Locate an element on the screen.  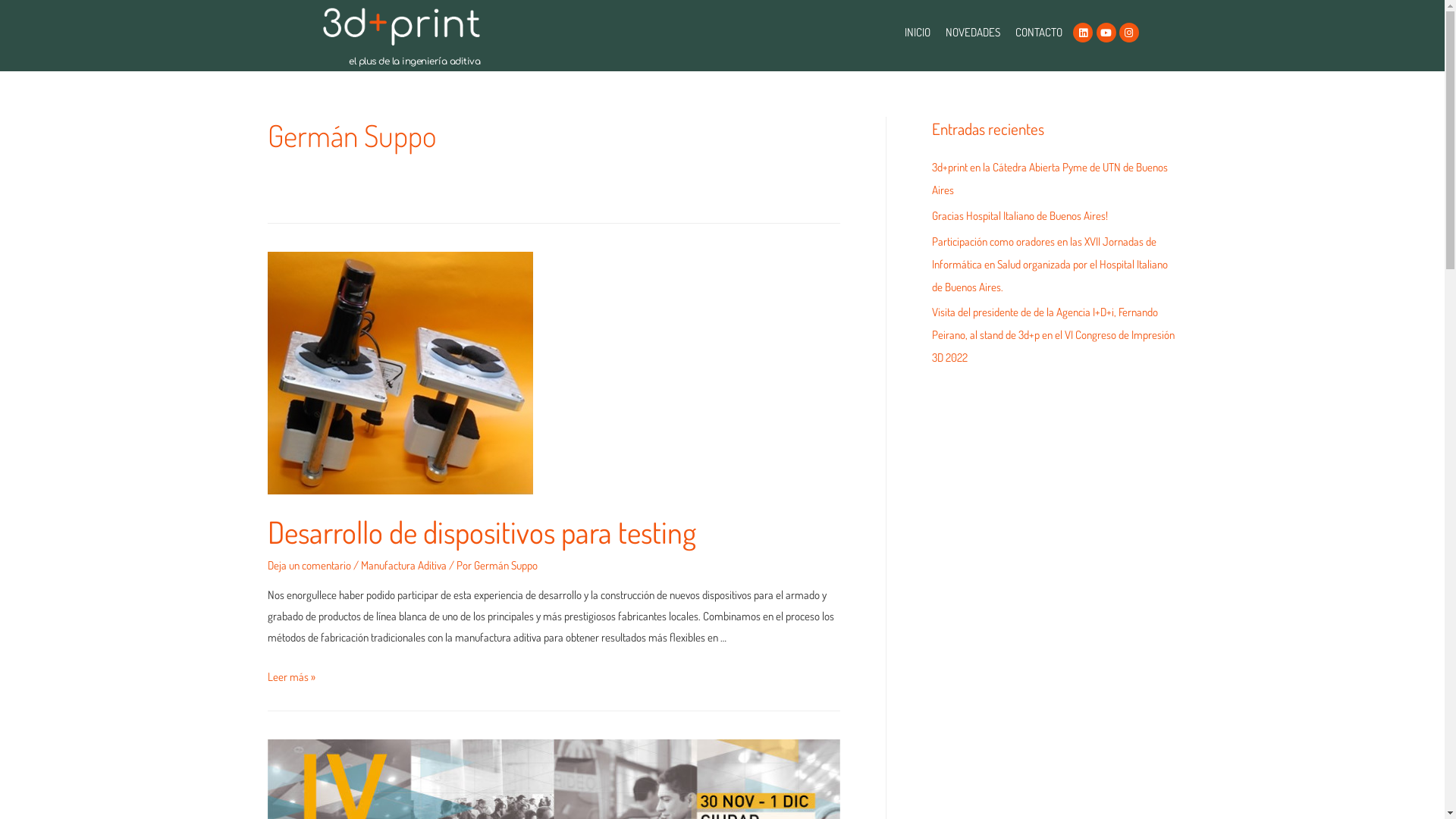
'CONTACTO' is located at coordinates (1008, 32).